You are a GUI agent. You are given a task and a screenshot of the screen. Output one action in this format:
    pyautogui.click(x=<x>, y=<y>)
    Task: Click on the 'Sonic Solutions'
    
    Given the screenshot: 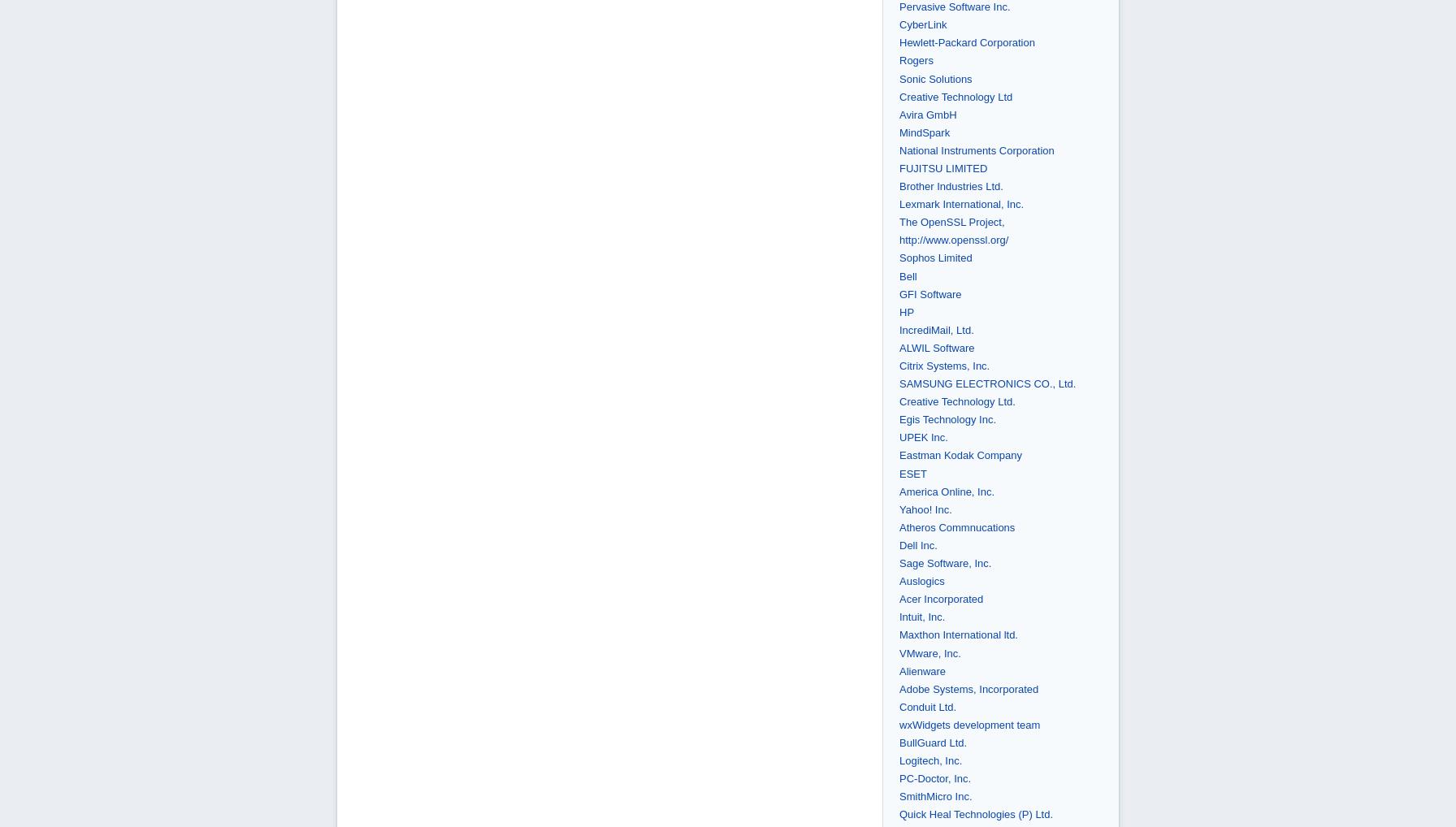 What is the action you would take?
    pyautogui.click(x=935, y=78)
    